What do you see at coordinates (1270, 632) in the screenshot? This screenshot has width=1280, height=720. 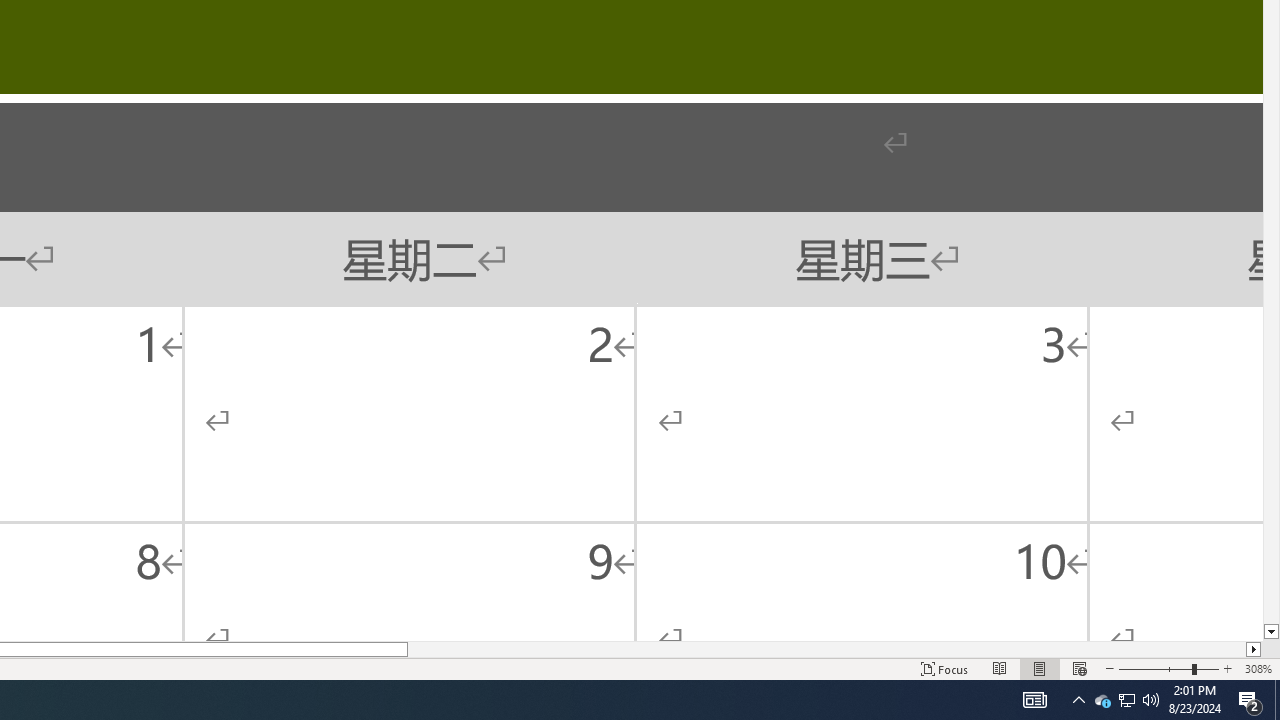 I see `'Line down'` at bounding box center [1270, 632].